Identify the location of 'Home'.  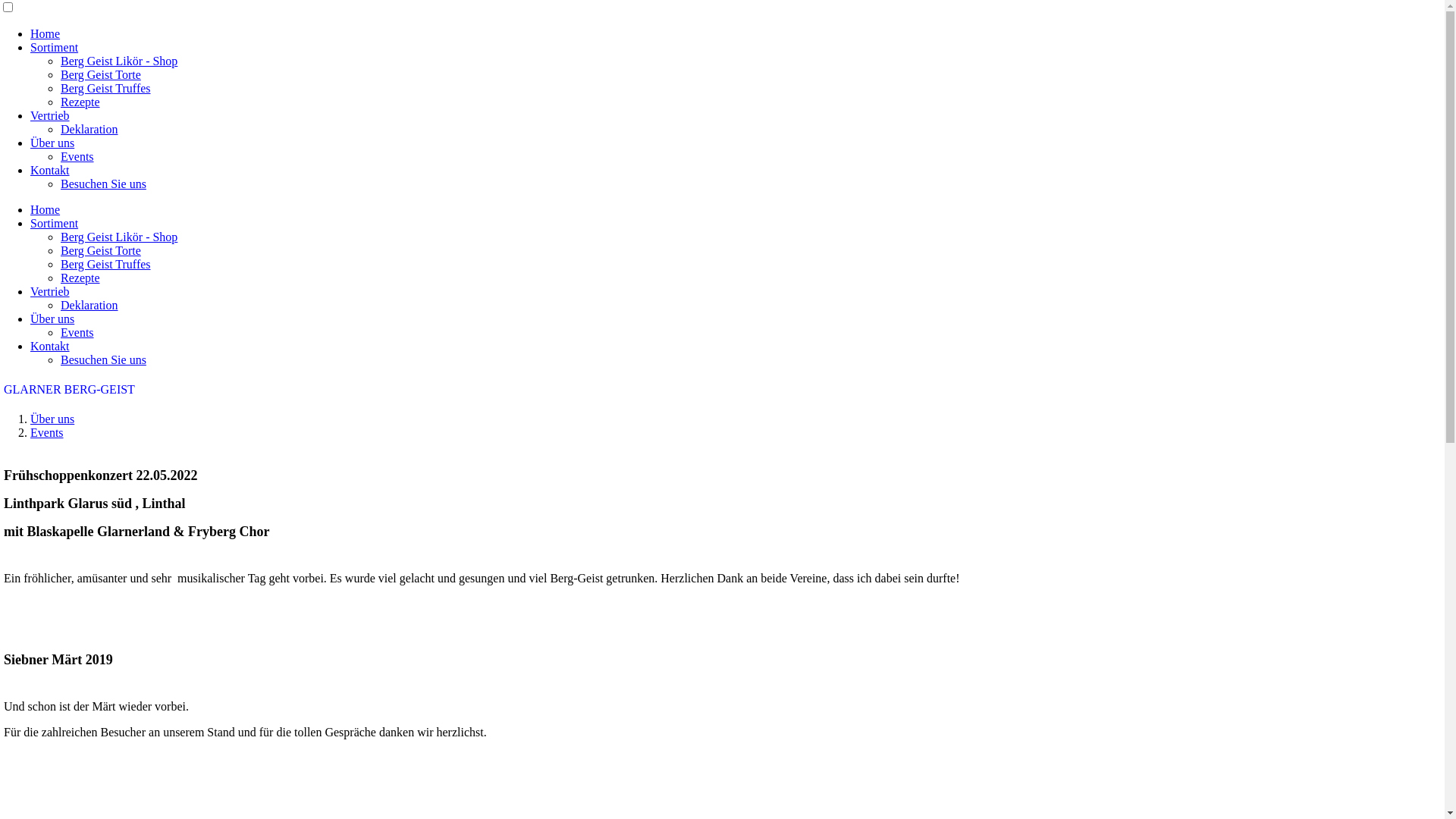
(45, 209).